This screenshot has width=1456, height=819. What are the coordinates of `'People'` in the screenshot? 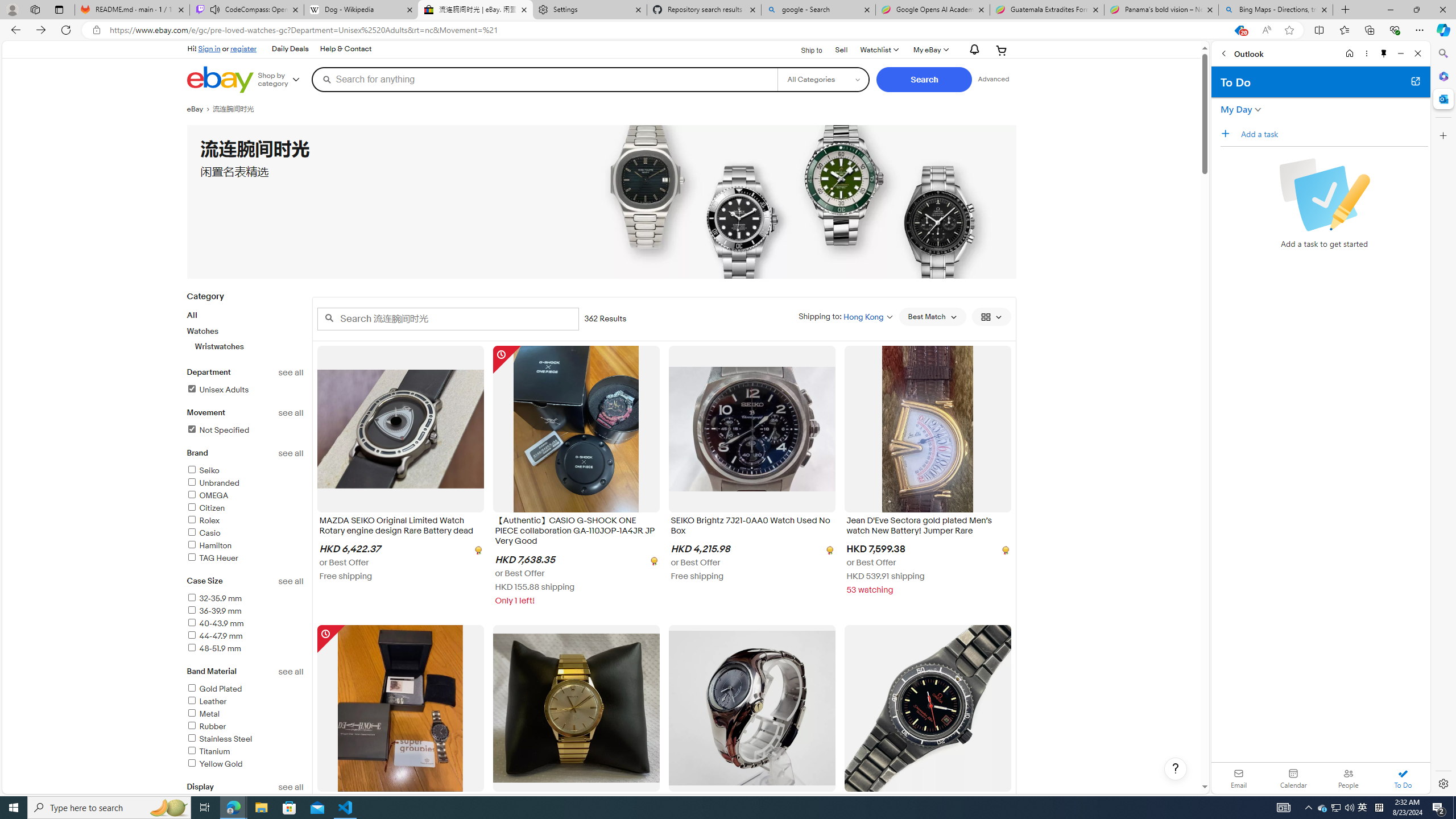 It's located at (1347, 777).